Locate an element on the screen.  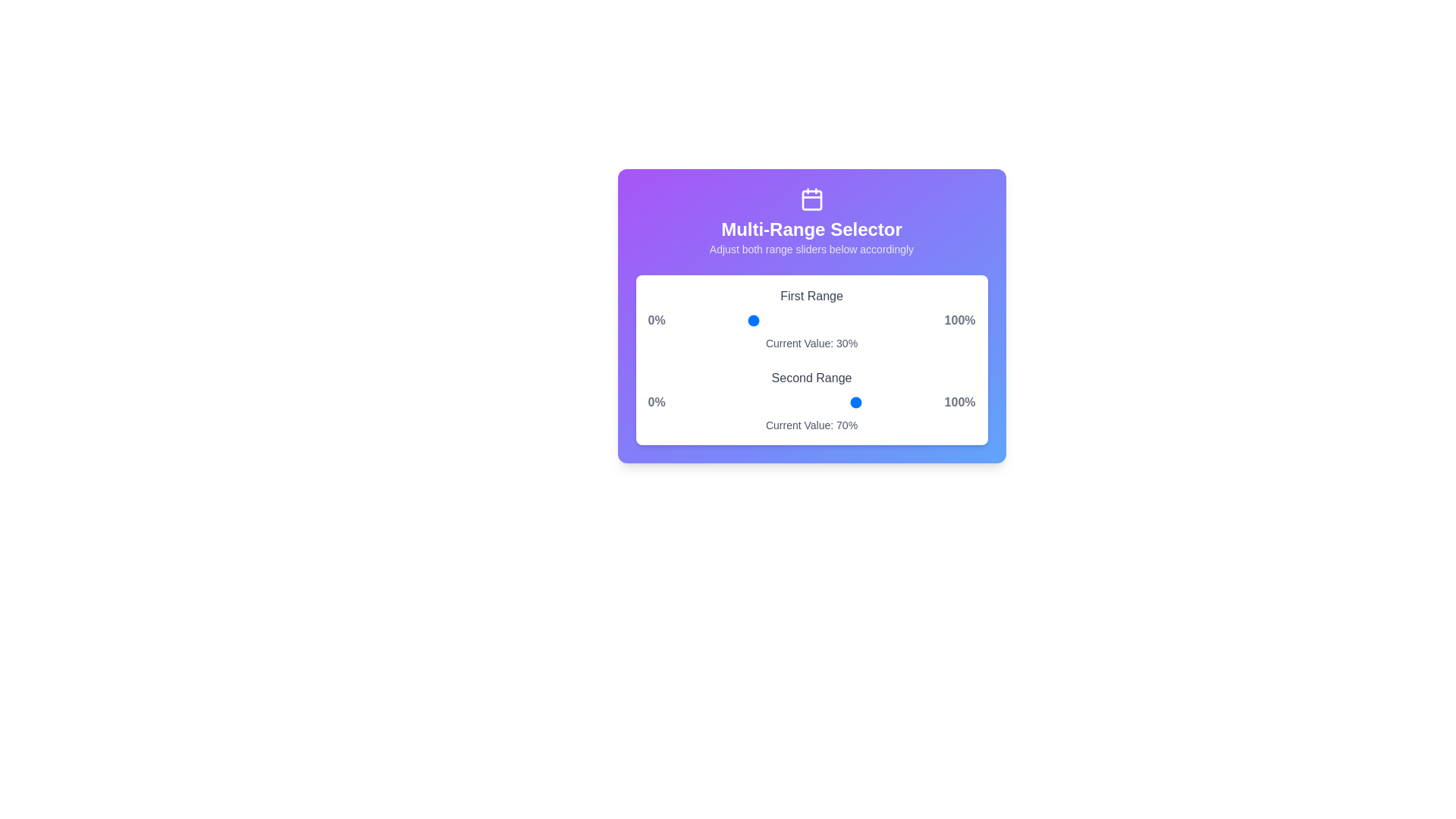
the slider value is located at coordinates (852, 320).